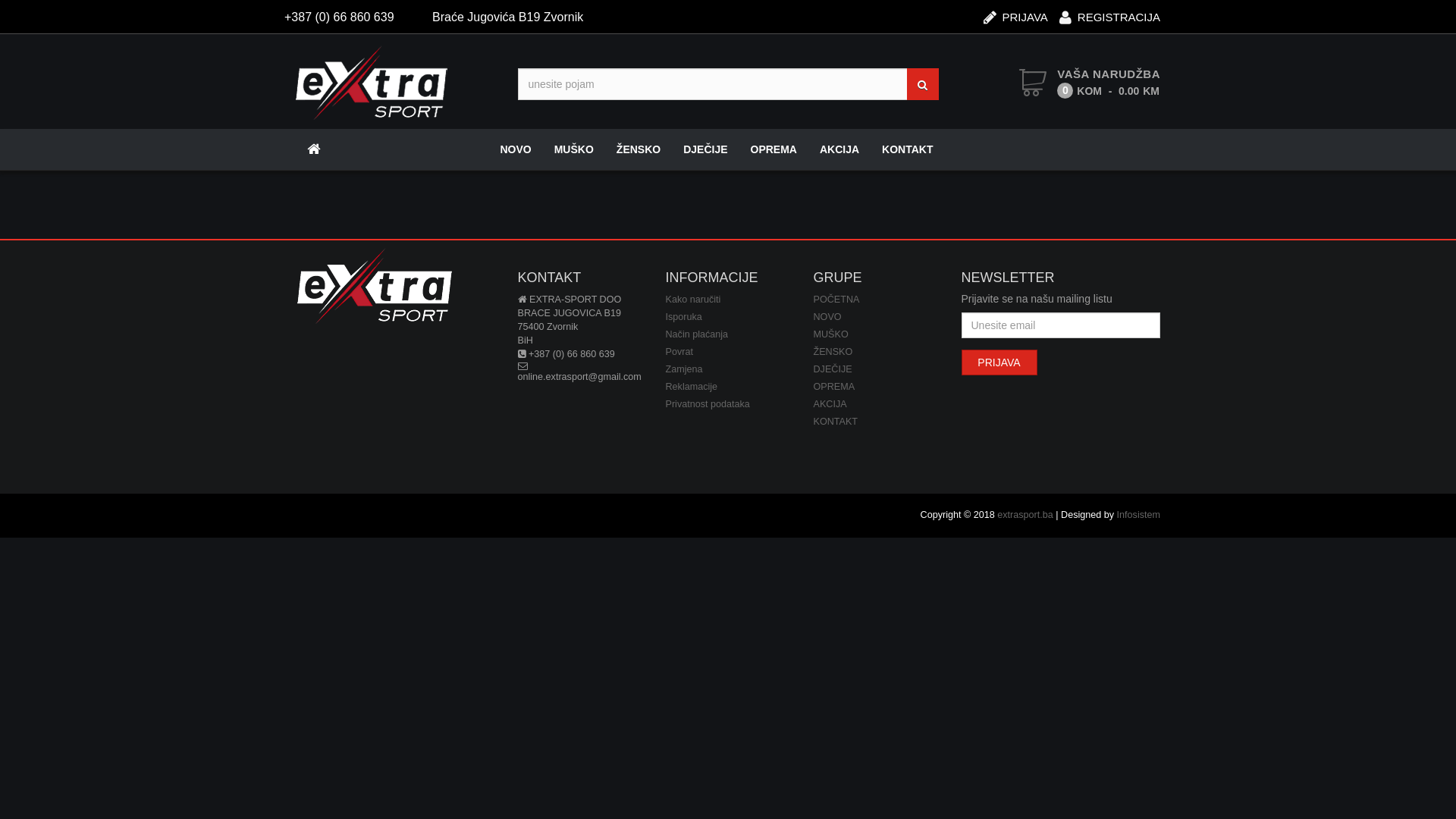 This screenshot has height=819, width=1456. Describe the element at coordinates (666, 385) in the screenshot. I see `'Reklamacije'` at that location.